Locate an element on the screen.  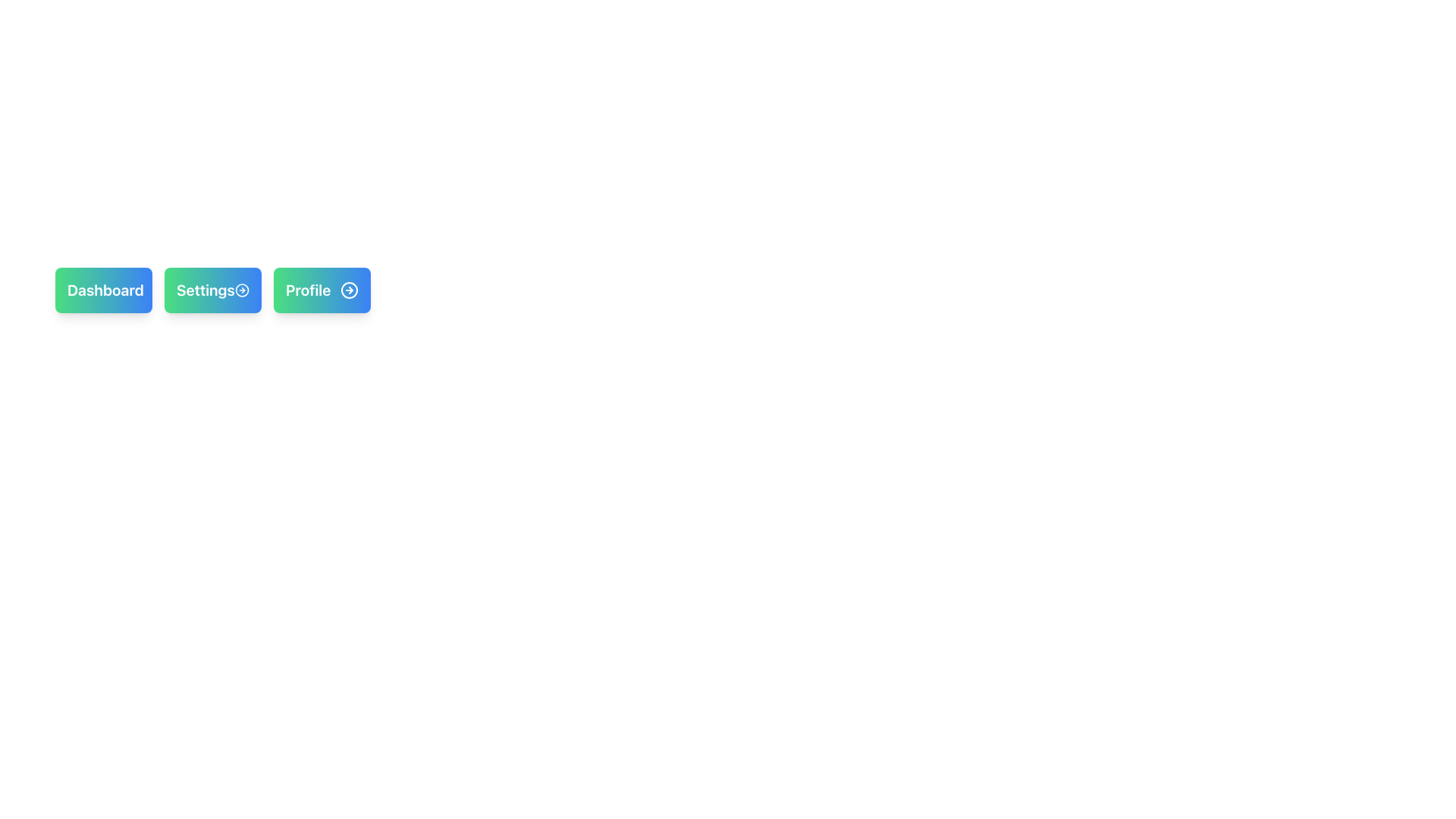
the right-pointing arrow icon inside the Settings button, which is visually characterized by a white arrow in a circle against a blue background is located at coordinates (241, 290).